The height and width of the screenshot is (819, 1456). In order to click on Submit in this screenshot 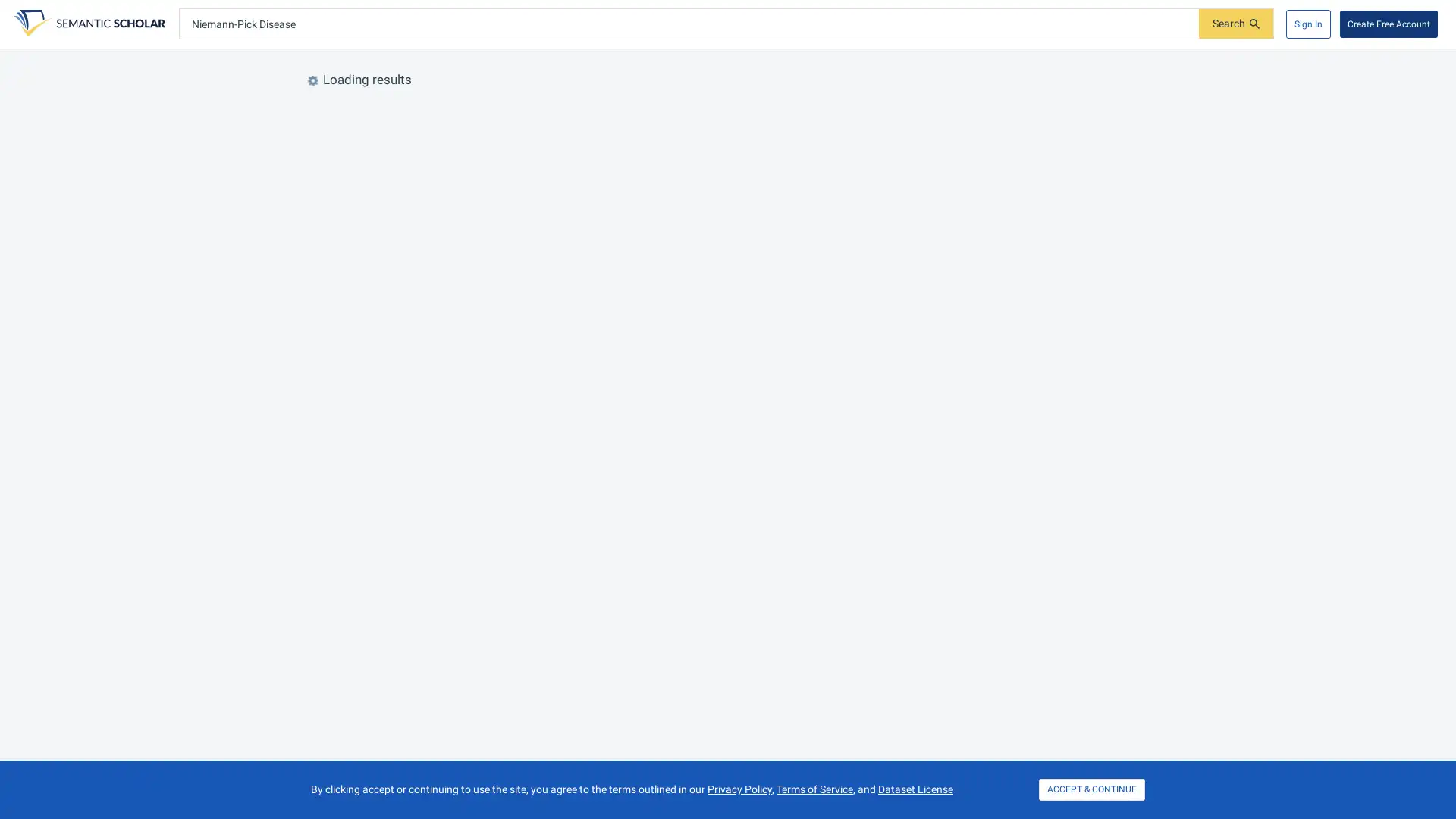, I will do `click(1236, 24)`.